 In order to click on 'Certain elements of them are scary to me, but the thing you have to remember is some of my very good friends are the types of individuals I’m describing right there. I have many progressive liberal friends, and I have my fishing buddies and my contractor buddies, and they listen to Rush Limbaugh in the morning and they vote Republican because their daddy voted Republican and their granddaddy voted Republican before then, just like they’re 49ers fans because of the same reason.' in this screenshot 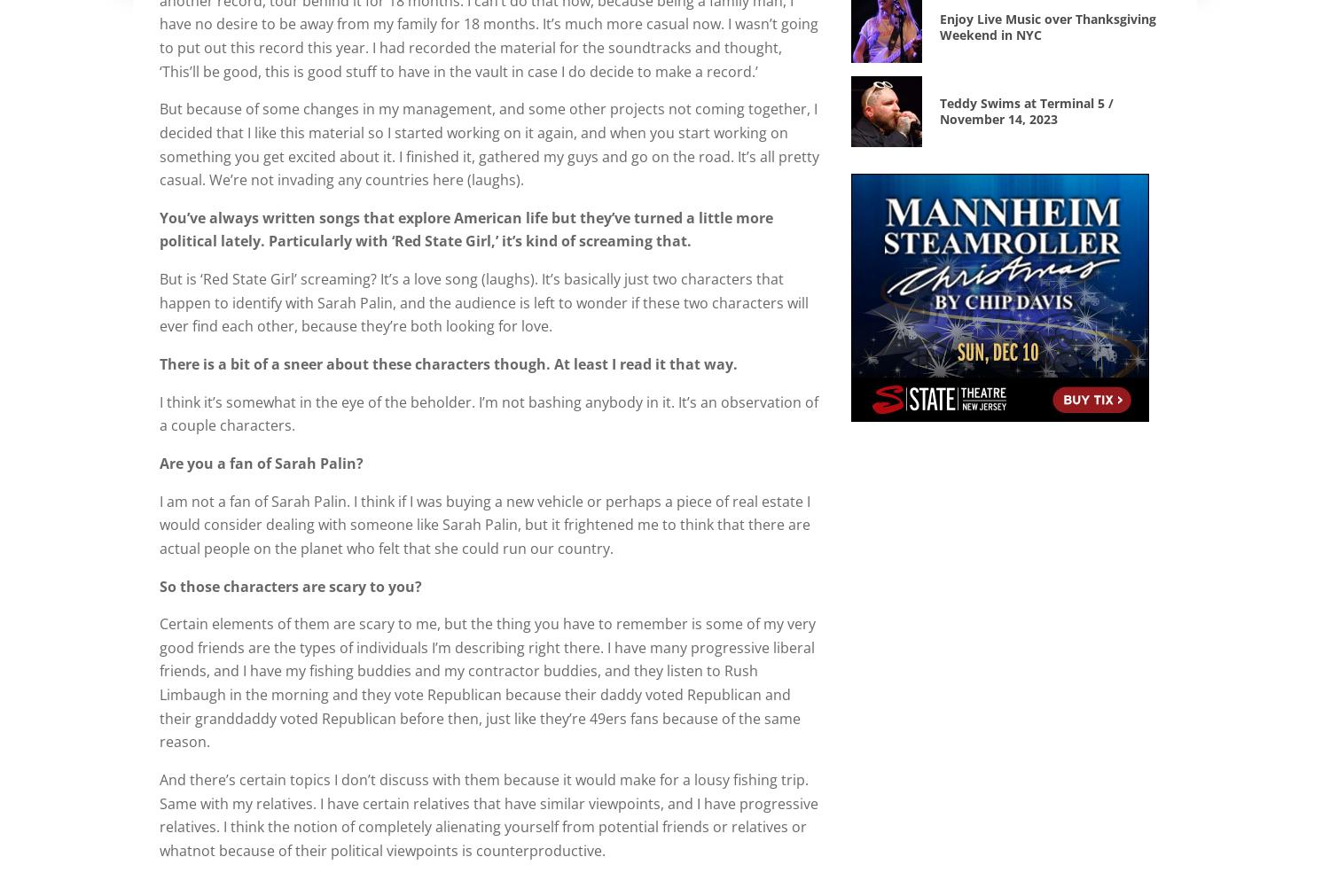, I will do `click(488, 682)`.